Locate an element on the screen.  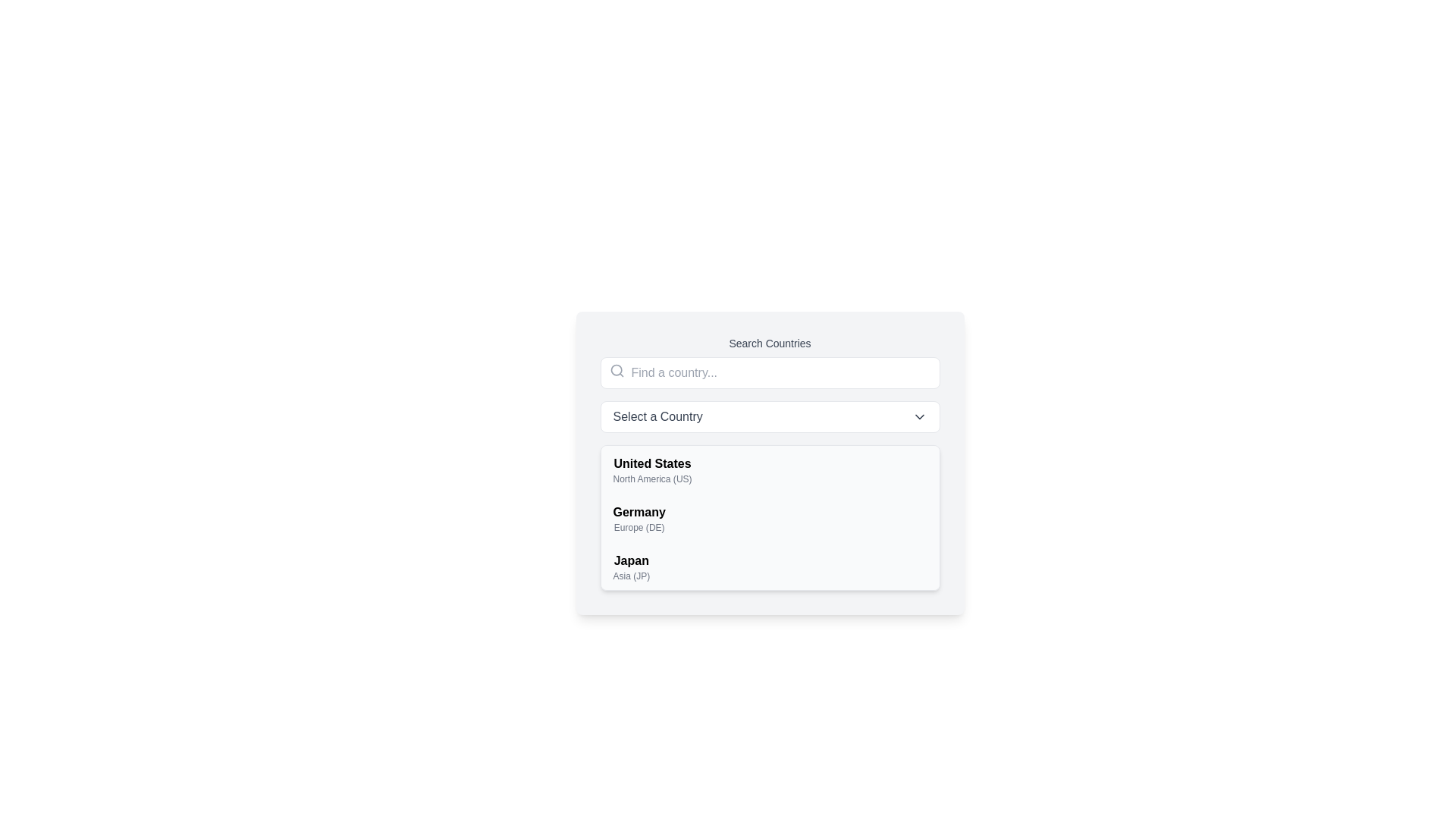
the selectable list item for 'Japan' to change its background, which is the third entry in the list of country options under the title 'Search Countries' is located at coordinates (770, 567).